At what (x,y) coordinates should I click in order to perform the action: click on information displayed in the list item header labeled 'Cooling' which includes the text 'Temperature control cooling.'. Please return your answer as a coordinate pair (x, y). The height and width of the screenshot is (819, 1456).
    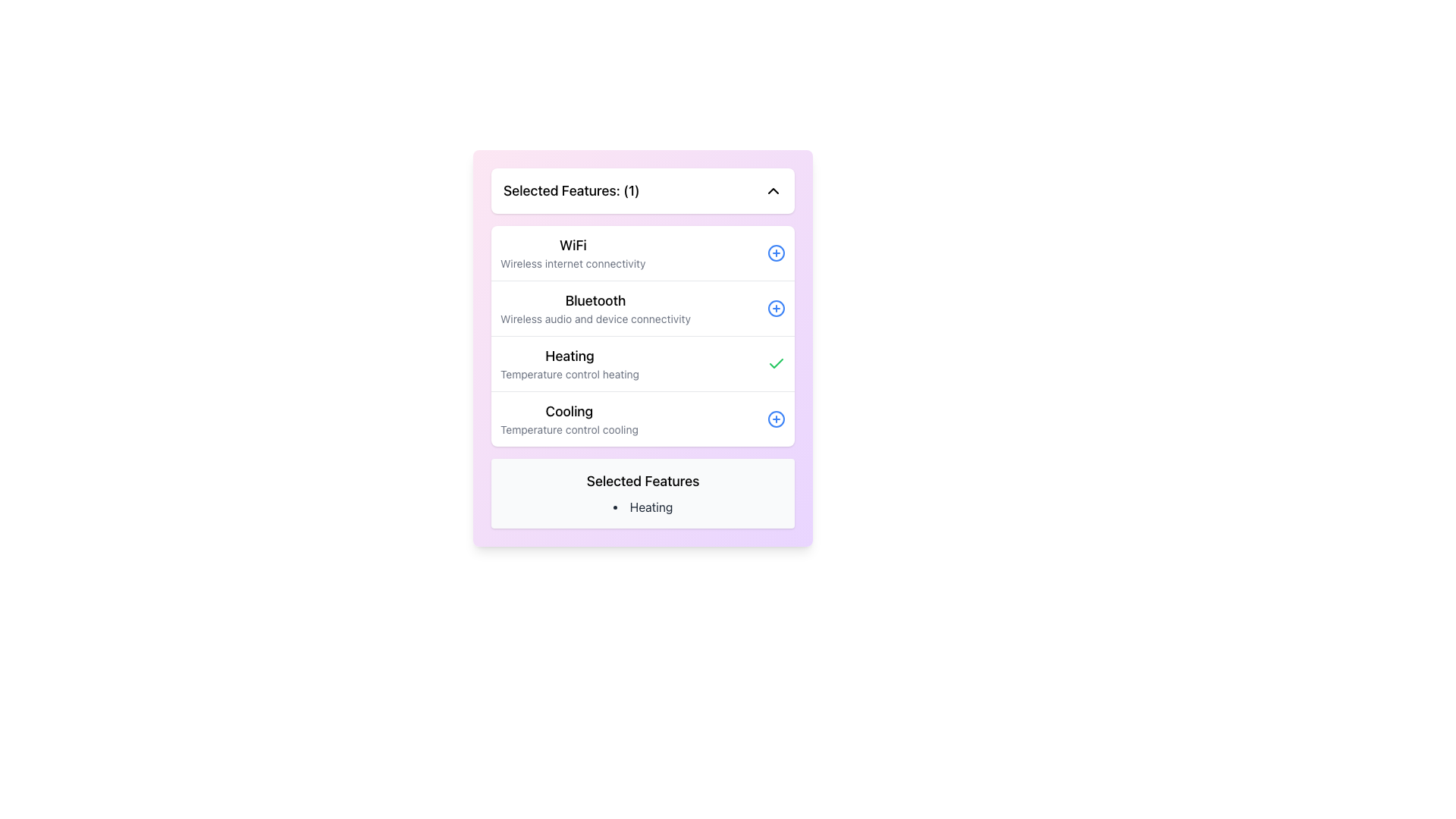
    Looking at the image, I should click on (568, 419).